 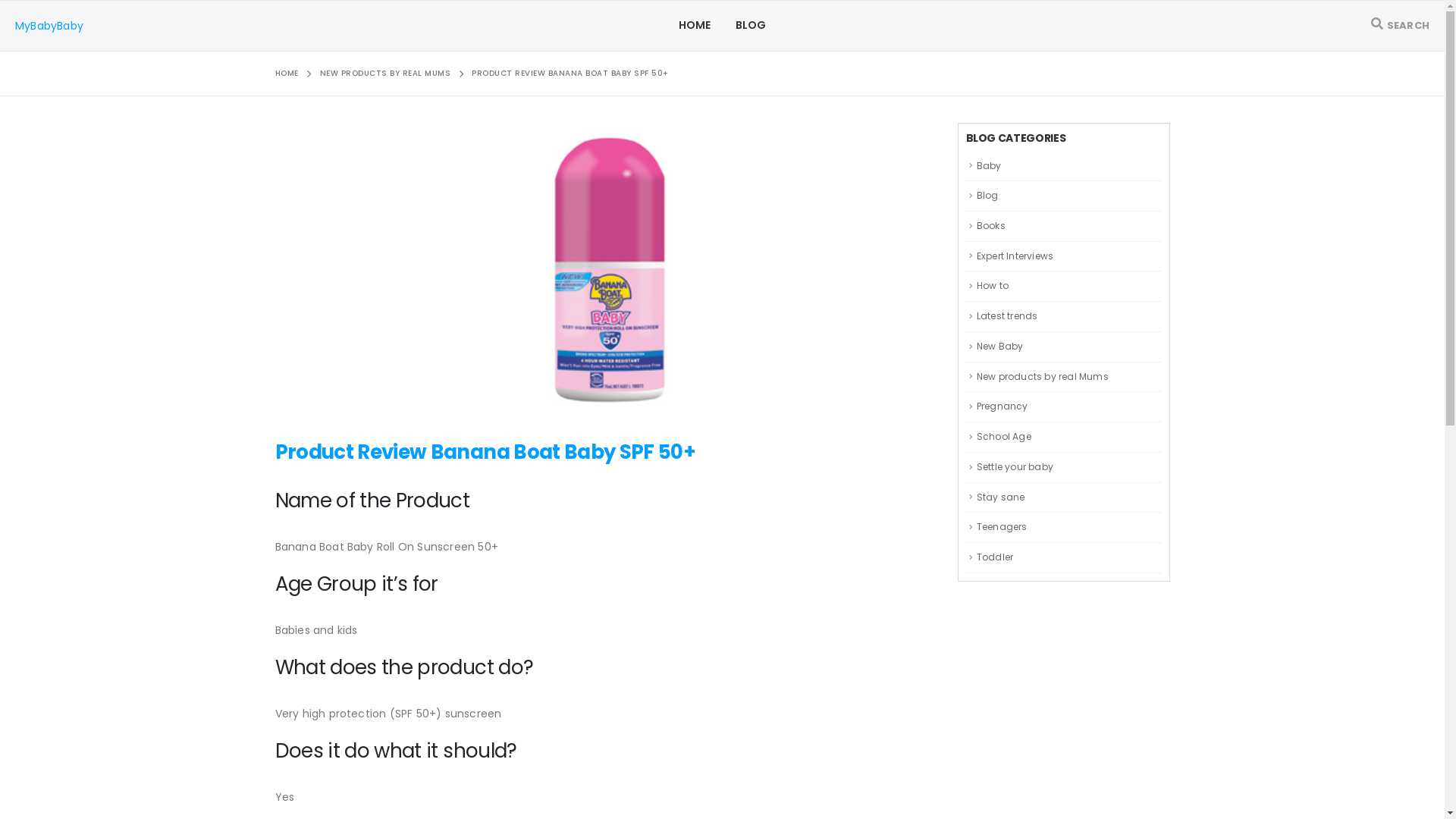 What do you see at coordinates (989, 165) in the screenshot?
I see `'Baby'` at bounding box center [989, 165].